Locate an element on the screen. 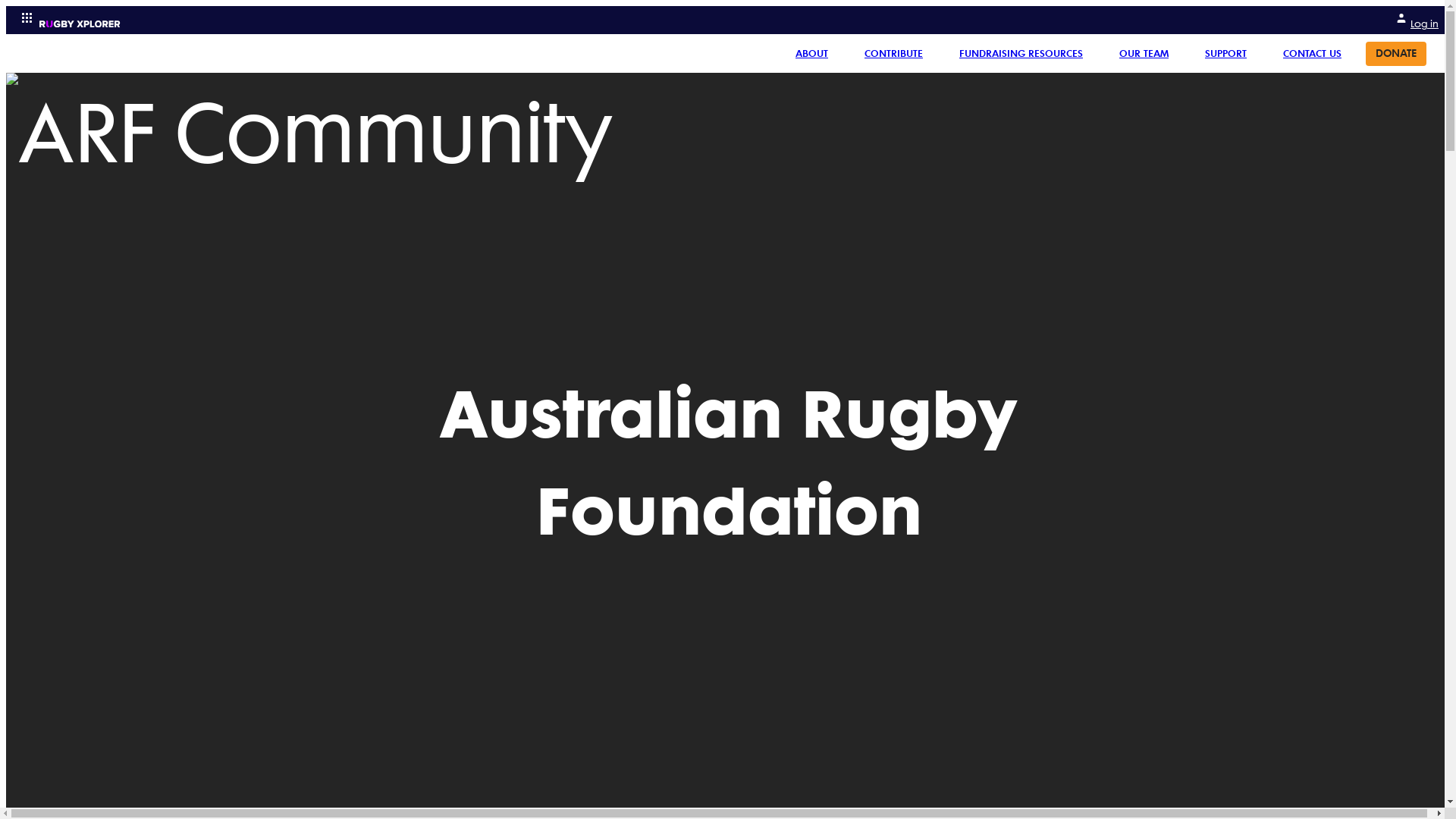 The image size is (1456, 819). 'DONATE' is located at coordinates (1395, 52).